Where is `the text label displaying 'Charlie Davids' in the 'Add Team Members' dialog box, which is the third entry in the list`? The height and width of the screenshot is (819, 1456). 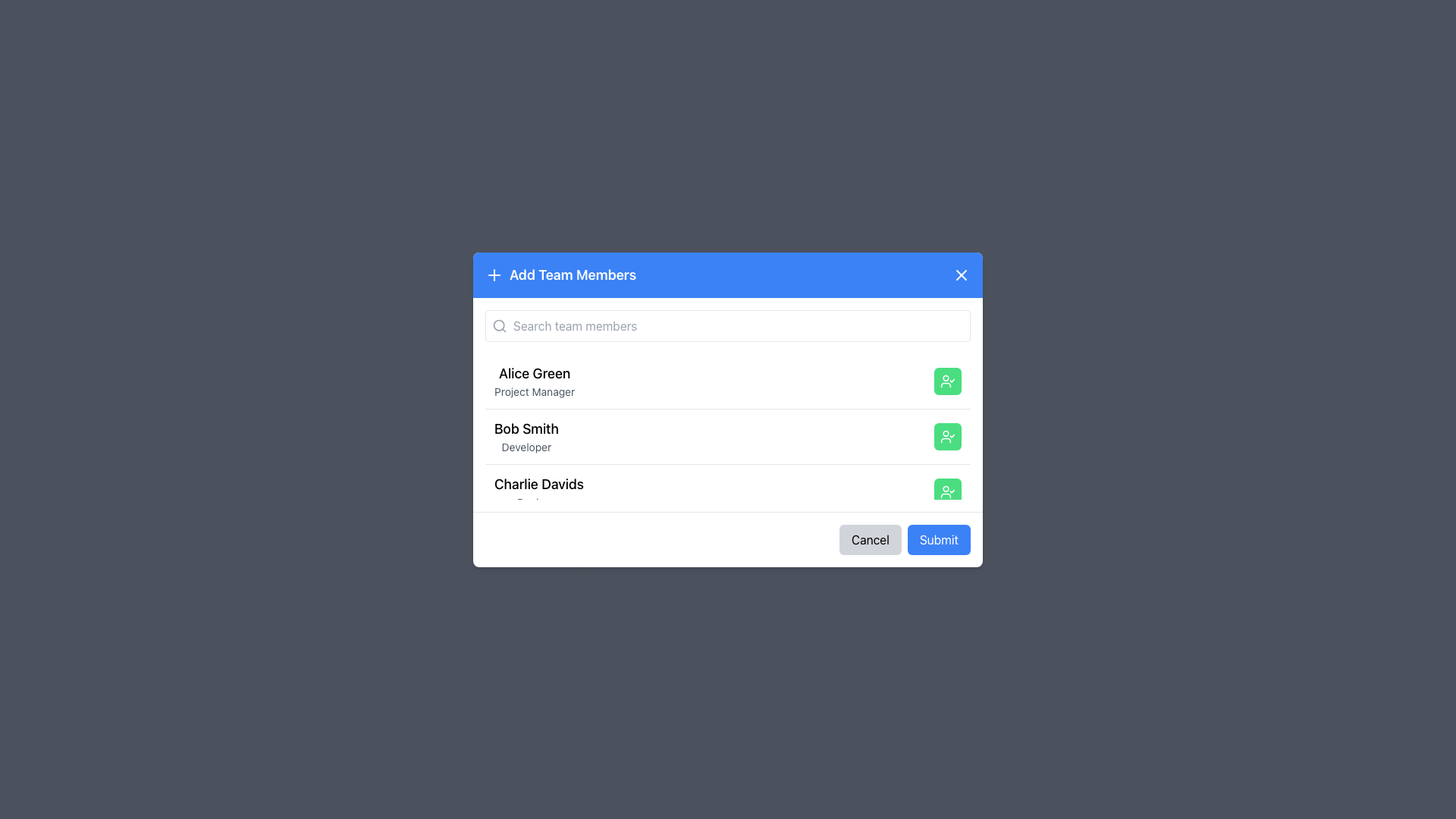 the text label displaying 'Charlie Davids' in the 'Add Team Members' dialog box, which is the third entry in the list is located at coordinates (538, 484).